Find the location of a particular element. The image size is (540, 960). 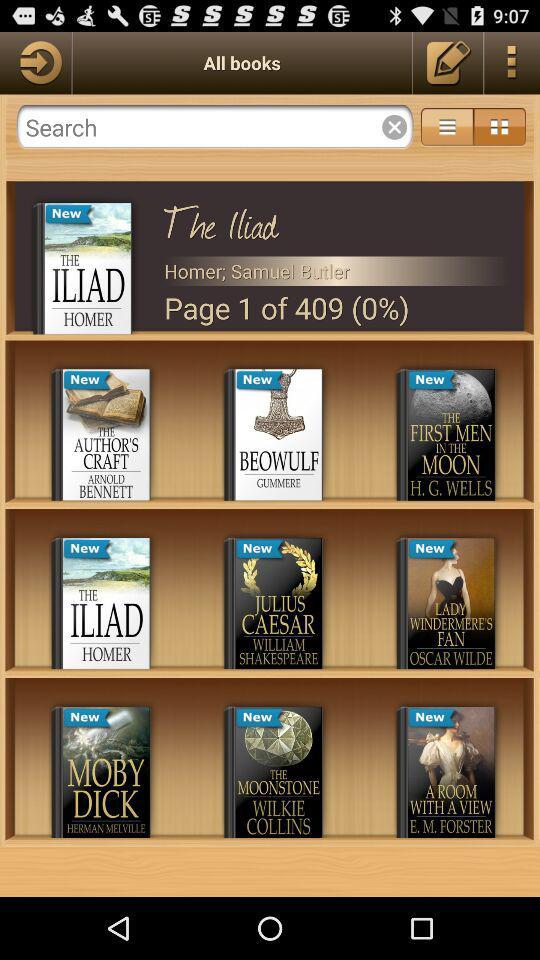

menu settings option is located at coordinates (447, 126).